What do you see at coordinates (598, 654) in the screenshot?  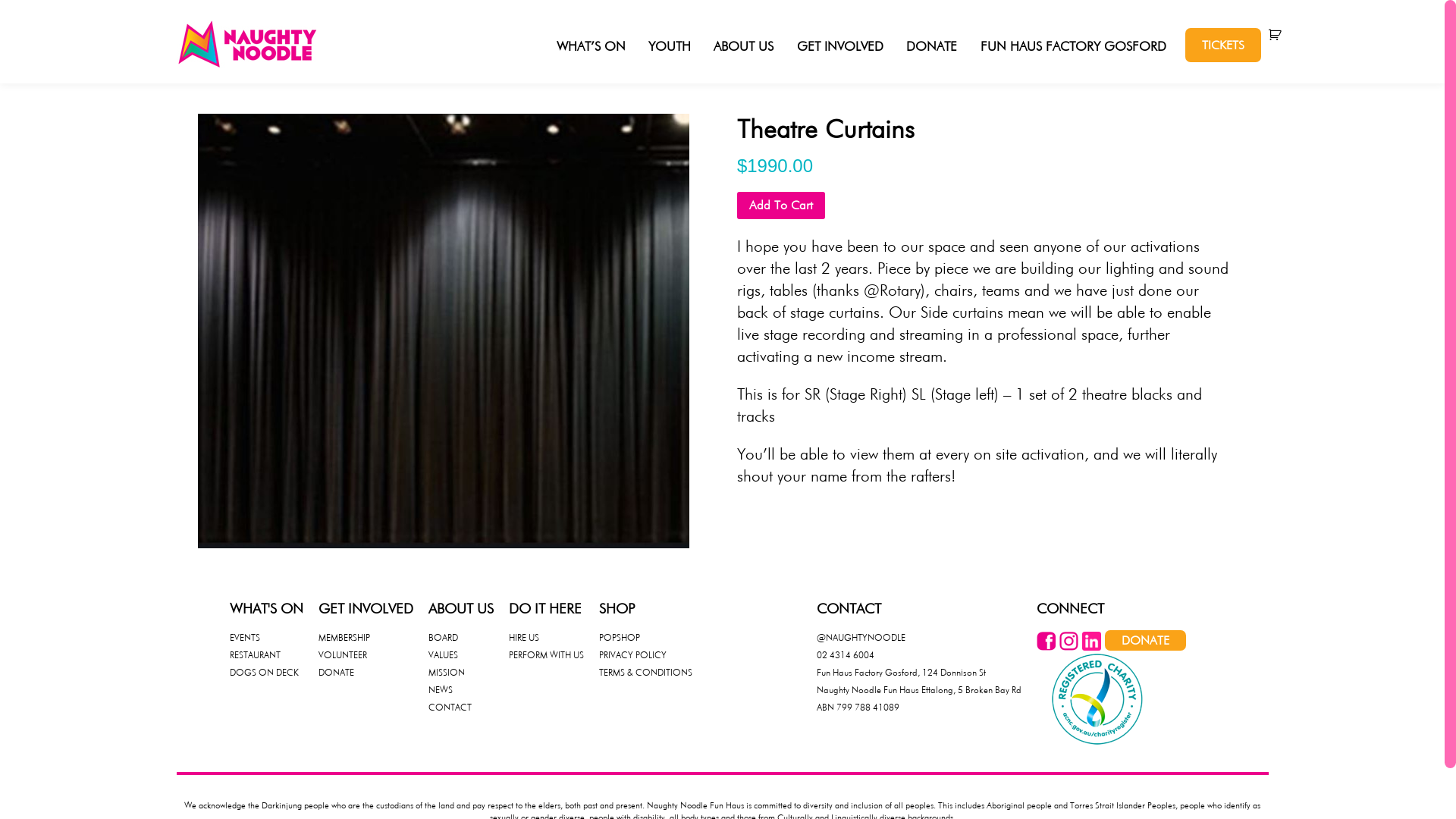 I see `'PRIVACY POLICY'` at bounding box center [598, 654].